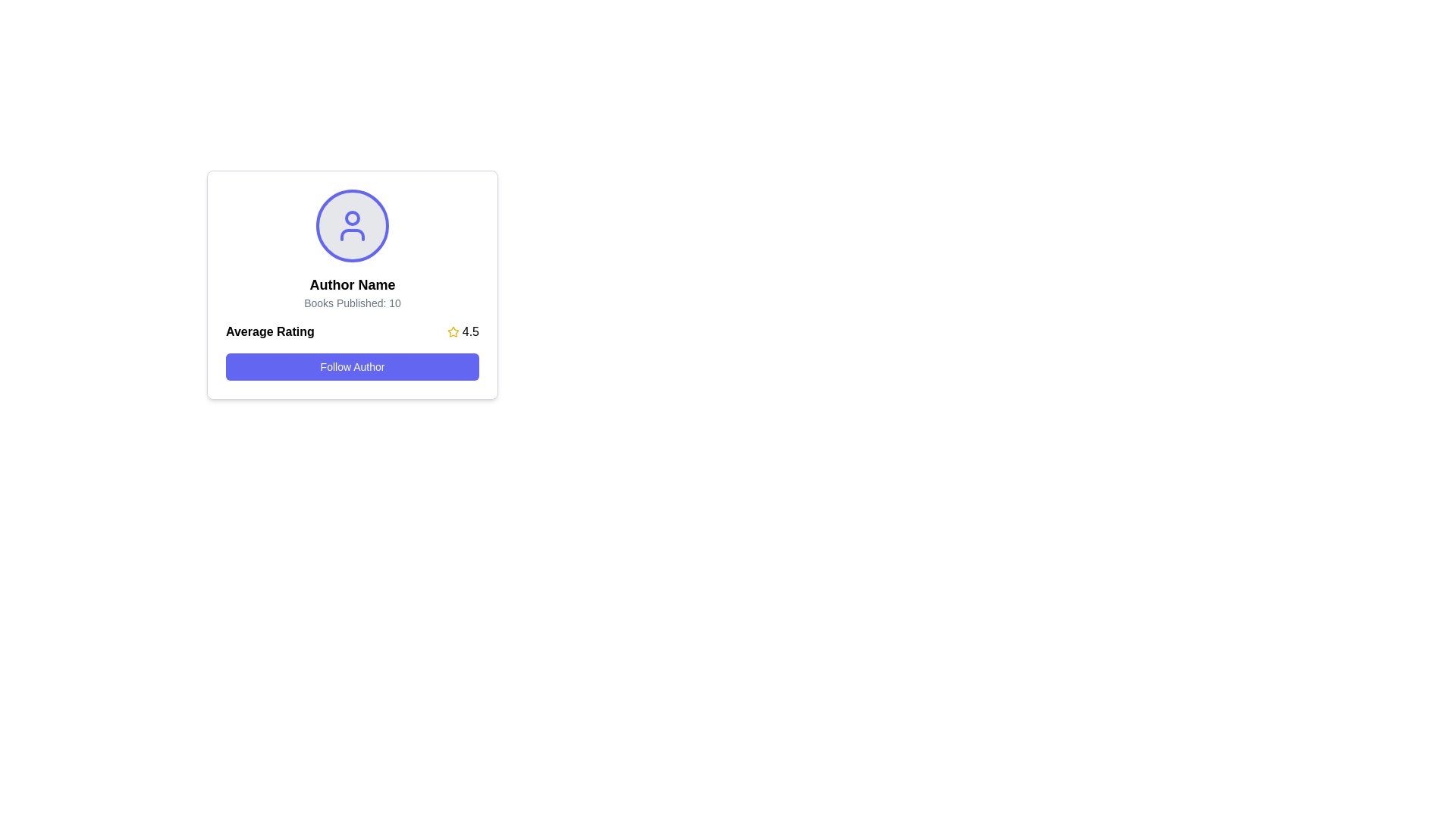 This screenshot has width=1456, height=819. I want to click on the text label displaying 'Books Published: 10' which is located directly beneath the 'Author Name' heading in the profile card, so click(352, 303).